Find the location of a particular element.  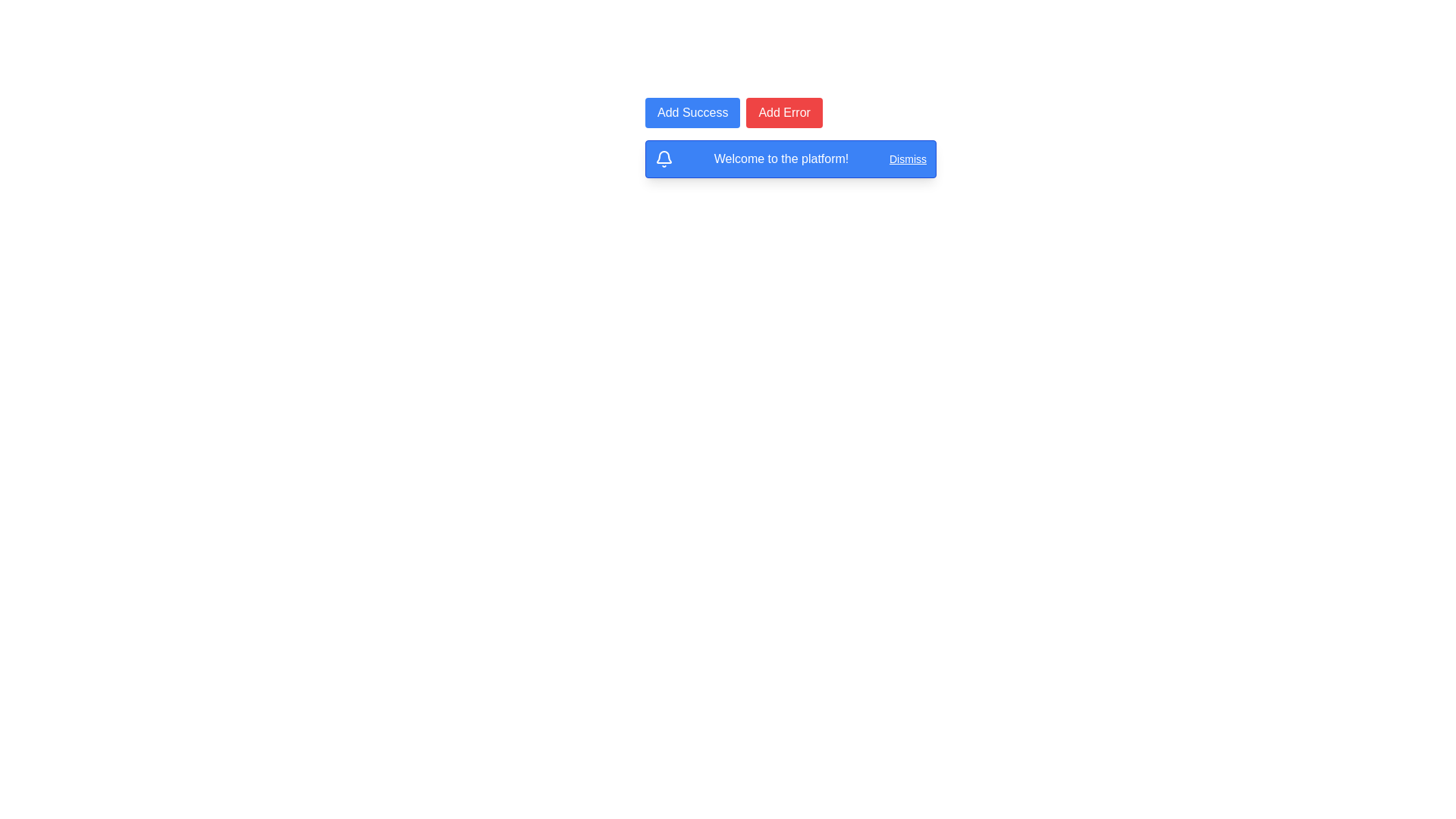

the 'Dismiss' hyperlink styled as a button located at the top-right corner of the notification banner is located at coordinates (908, 158).